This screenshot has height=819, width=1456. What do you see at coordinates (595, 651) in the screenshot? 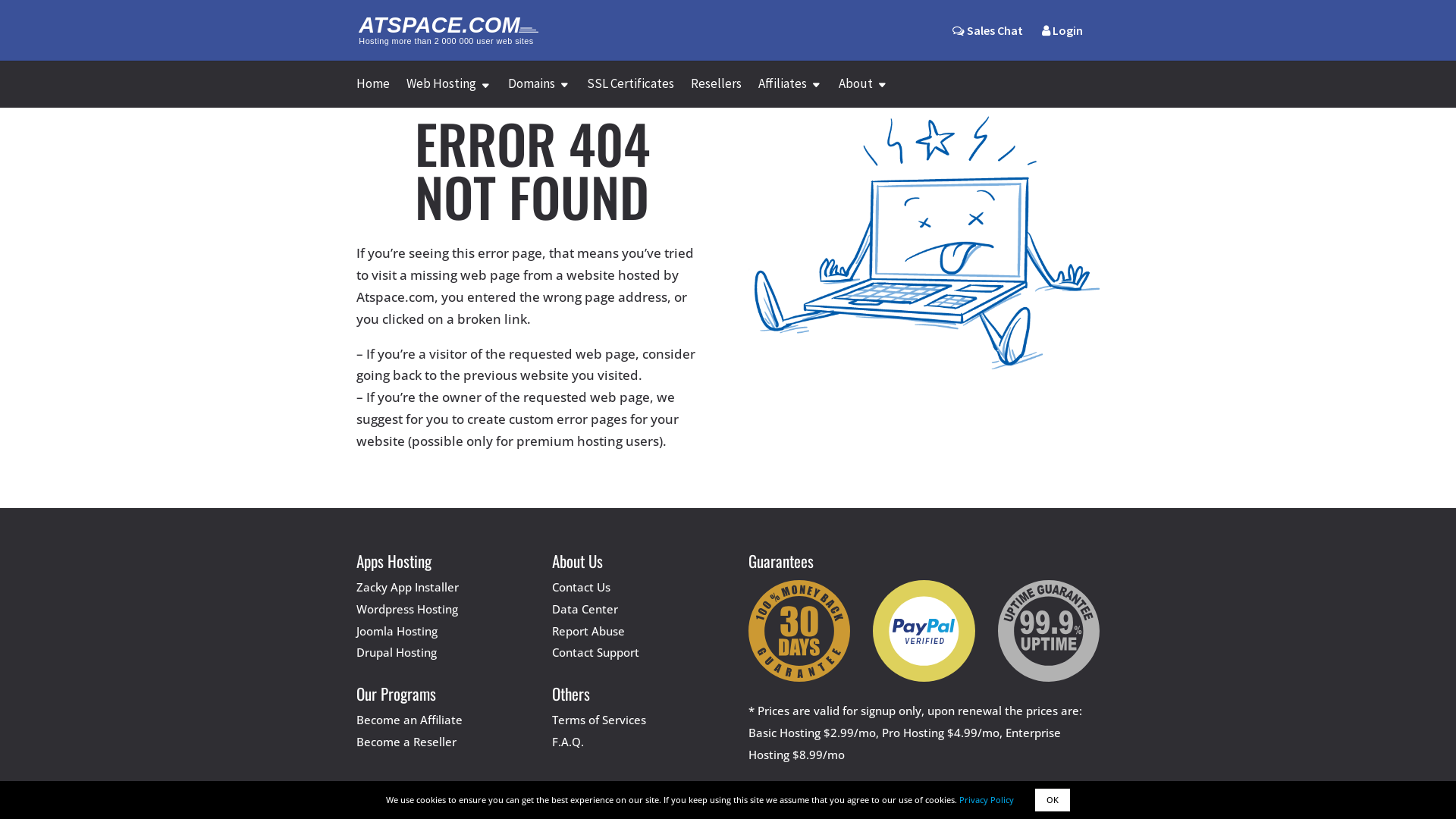
I see `'Contact Support'` at bounding box center [595, 651].